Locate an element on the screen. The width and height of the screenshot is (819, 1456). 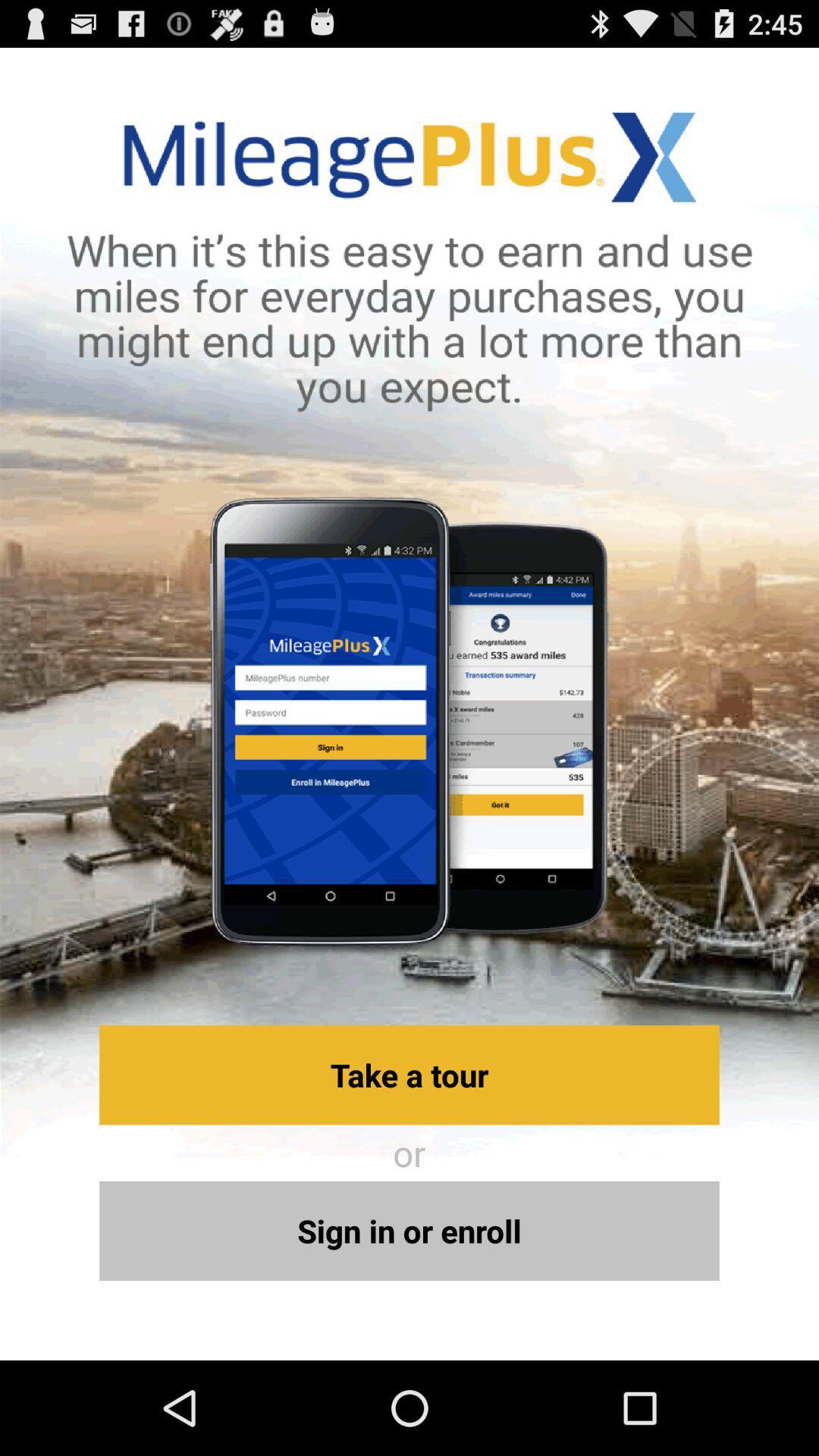
the sign in or icon is located at coordinates (409, 1231).